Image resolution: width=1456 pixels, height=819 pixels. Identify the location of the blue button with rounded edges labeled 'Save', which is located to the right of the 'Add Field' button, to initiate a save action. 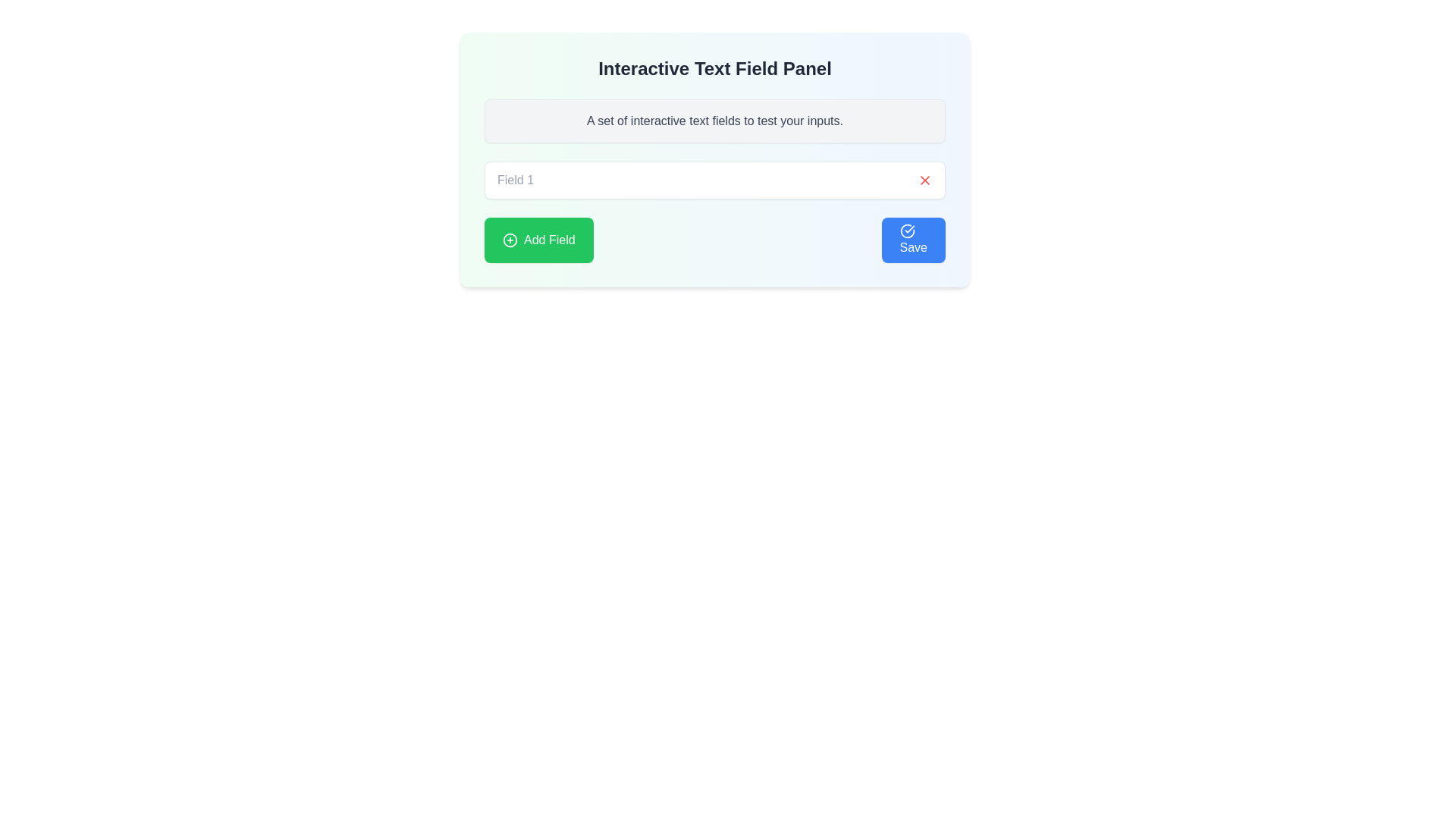
(912, 239).